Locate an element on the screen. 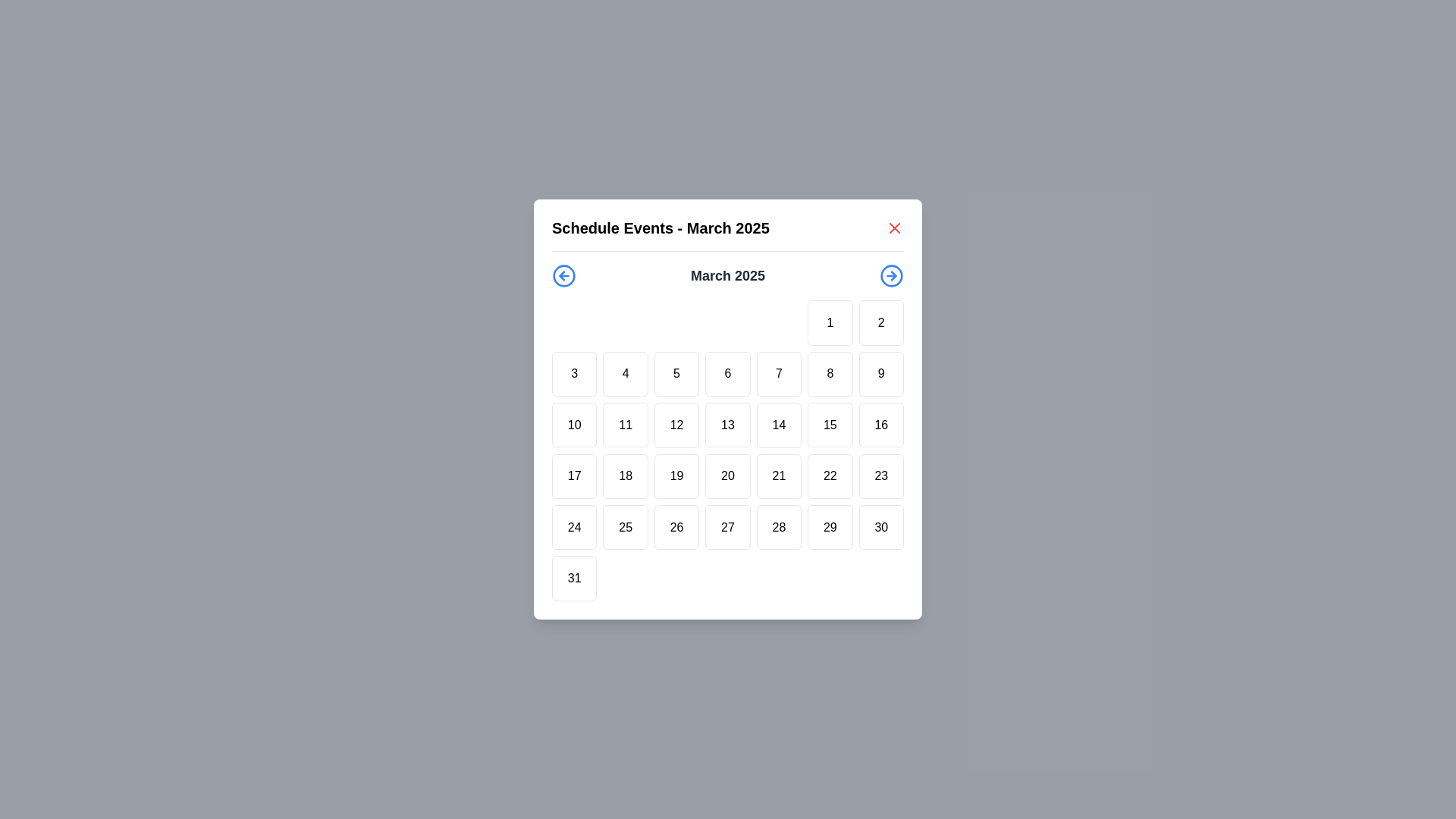  the button representing the 28th day in the calendar within the 'Schedule Events - March 2025' modal to trigger a visual change is located at coordinates (779, 526).